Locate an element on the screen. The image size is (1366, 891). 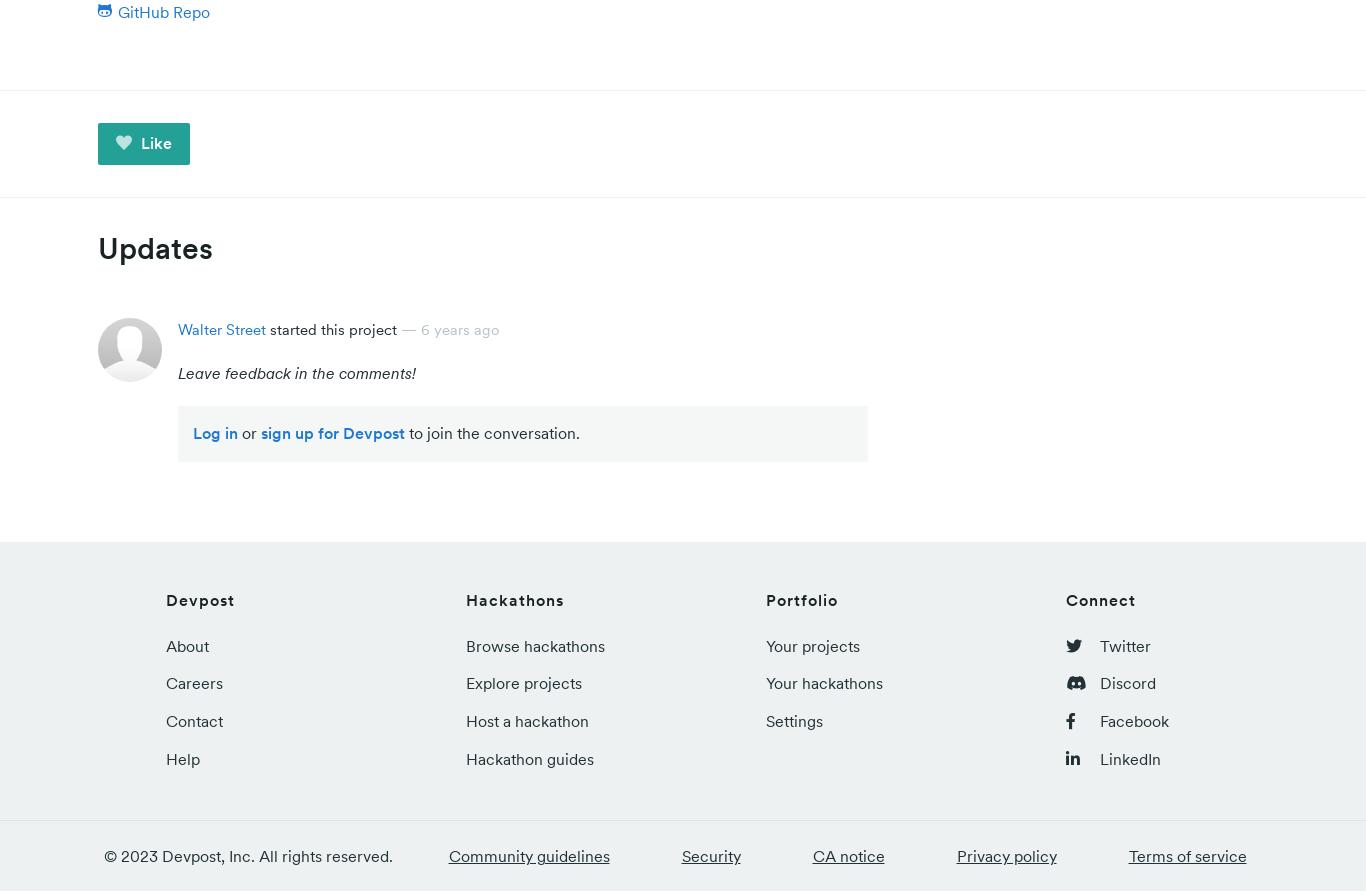
'Leave feedback in the comments!' is located at coordinates (296, 371).